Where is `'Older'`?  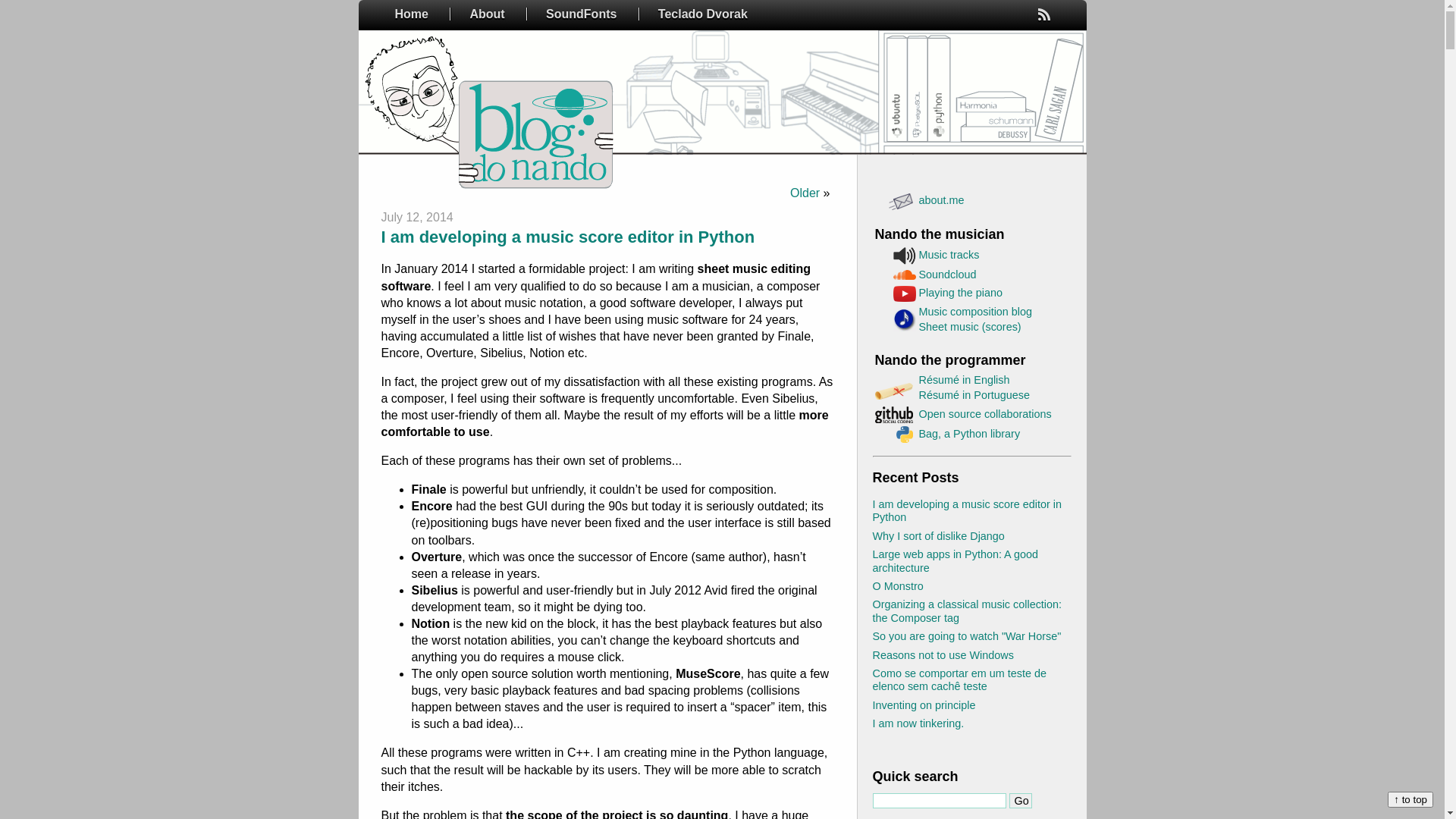
'Older' is located at coordinates (804, 192).